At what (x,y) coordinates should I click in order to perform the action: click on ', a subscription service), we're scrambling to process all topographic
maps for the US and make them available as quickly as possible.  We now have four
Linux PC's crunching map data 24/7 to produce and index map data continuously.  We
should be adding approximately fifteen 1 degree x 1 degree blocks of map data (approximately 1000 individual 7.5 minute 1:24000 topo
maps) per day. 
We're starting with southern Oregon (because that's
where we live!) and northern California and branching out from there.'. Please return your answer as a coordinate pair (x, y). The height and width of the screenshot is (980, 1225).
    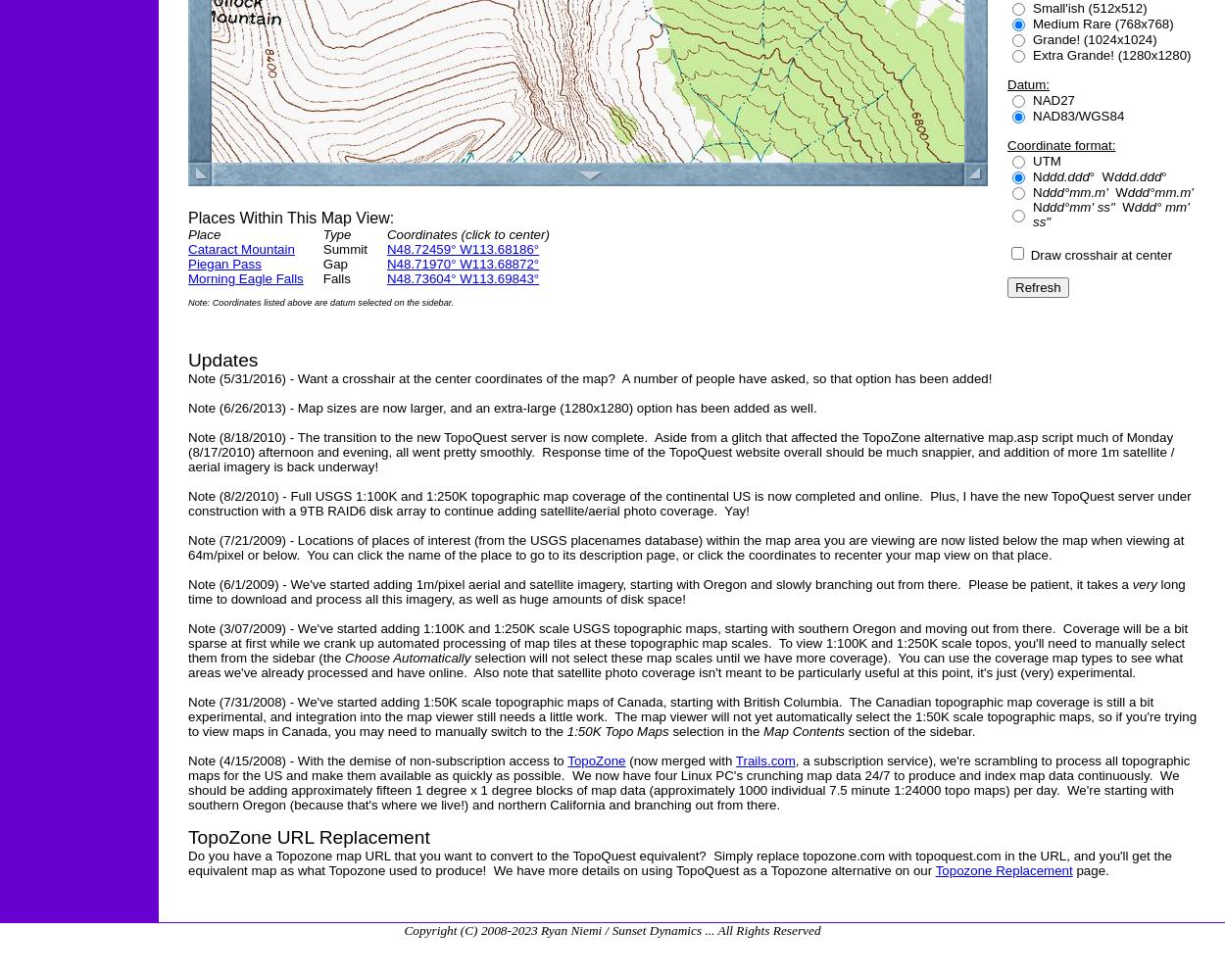
    Looking at the image, I should click on (688, 783).